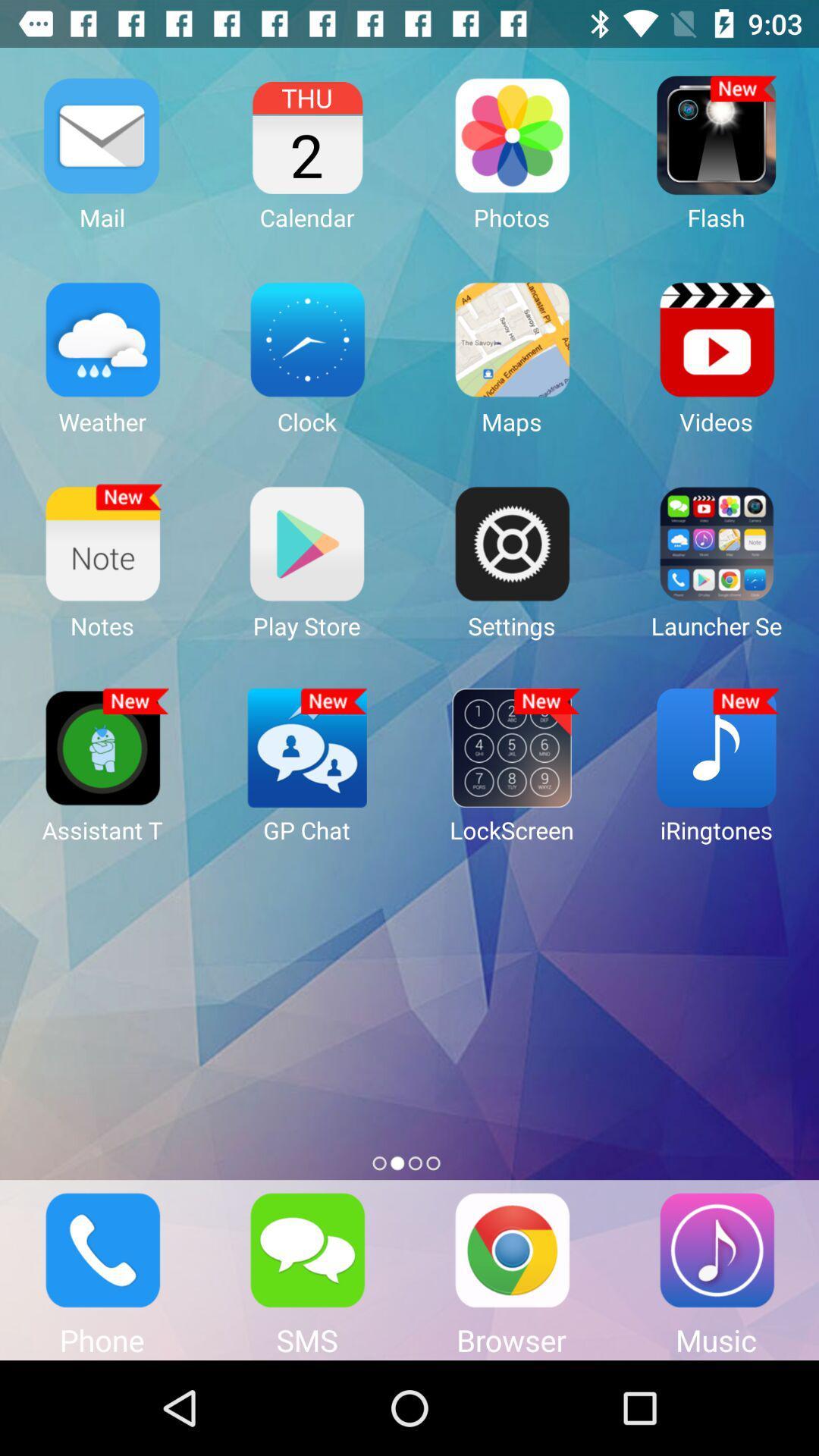 Image resolution: width=819 pixels, height=1456 pixels. What do you see at coordinates (512, 543) in the screenshot?
I see `settings` at bounding box center [512, 543].